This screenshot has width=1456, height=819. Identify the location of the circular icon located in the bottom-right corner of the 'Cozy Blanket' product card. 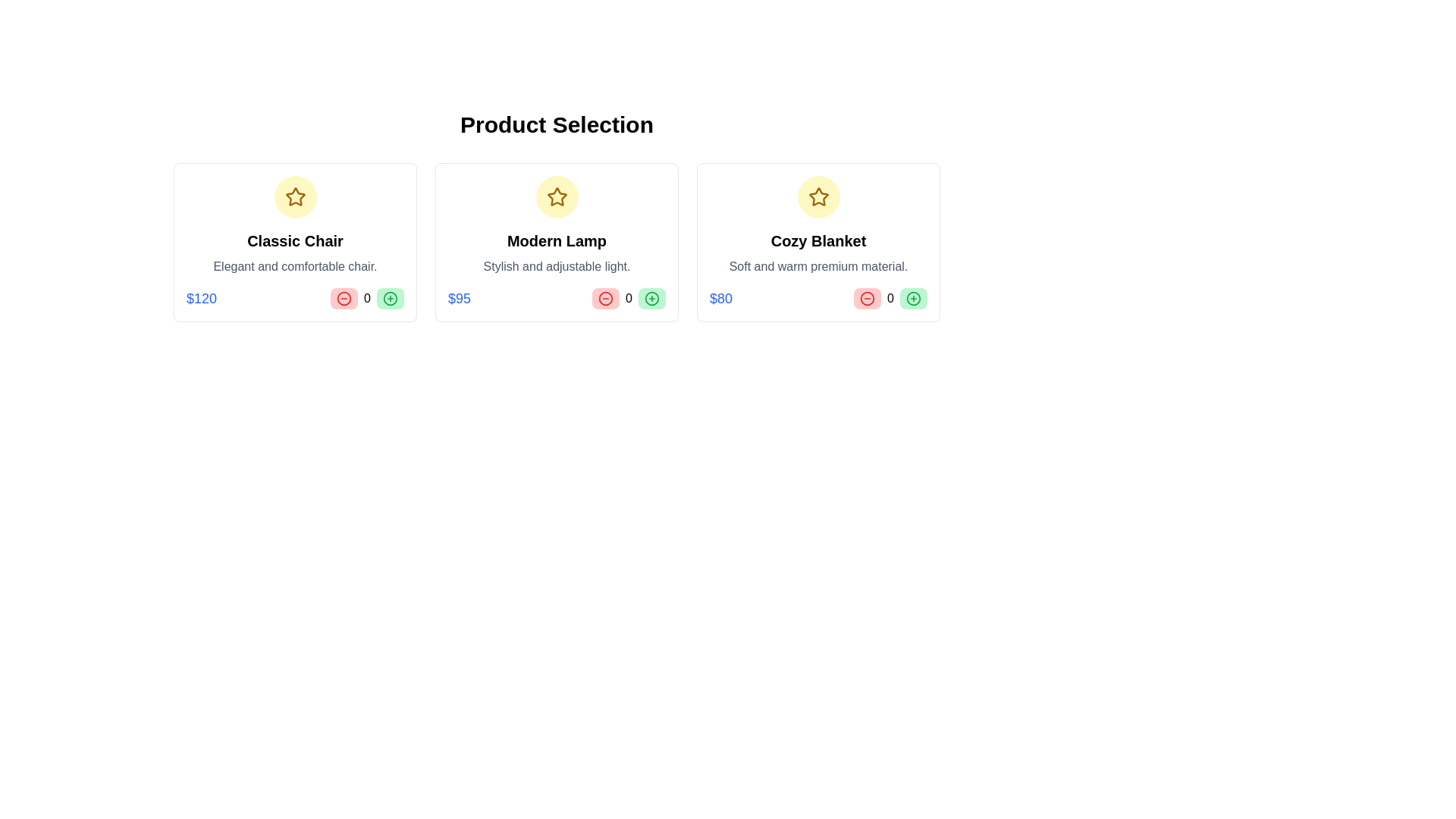
(912, 298).